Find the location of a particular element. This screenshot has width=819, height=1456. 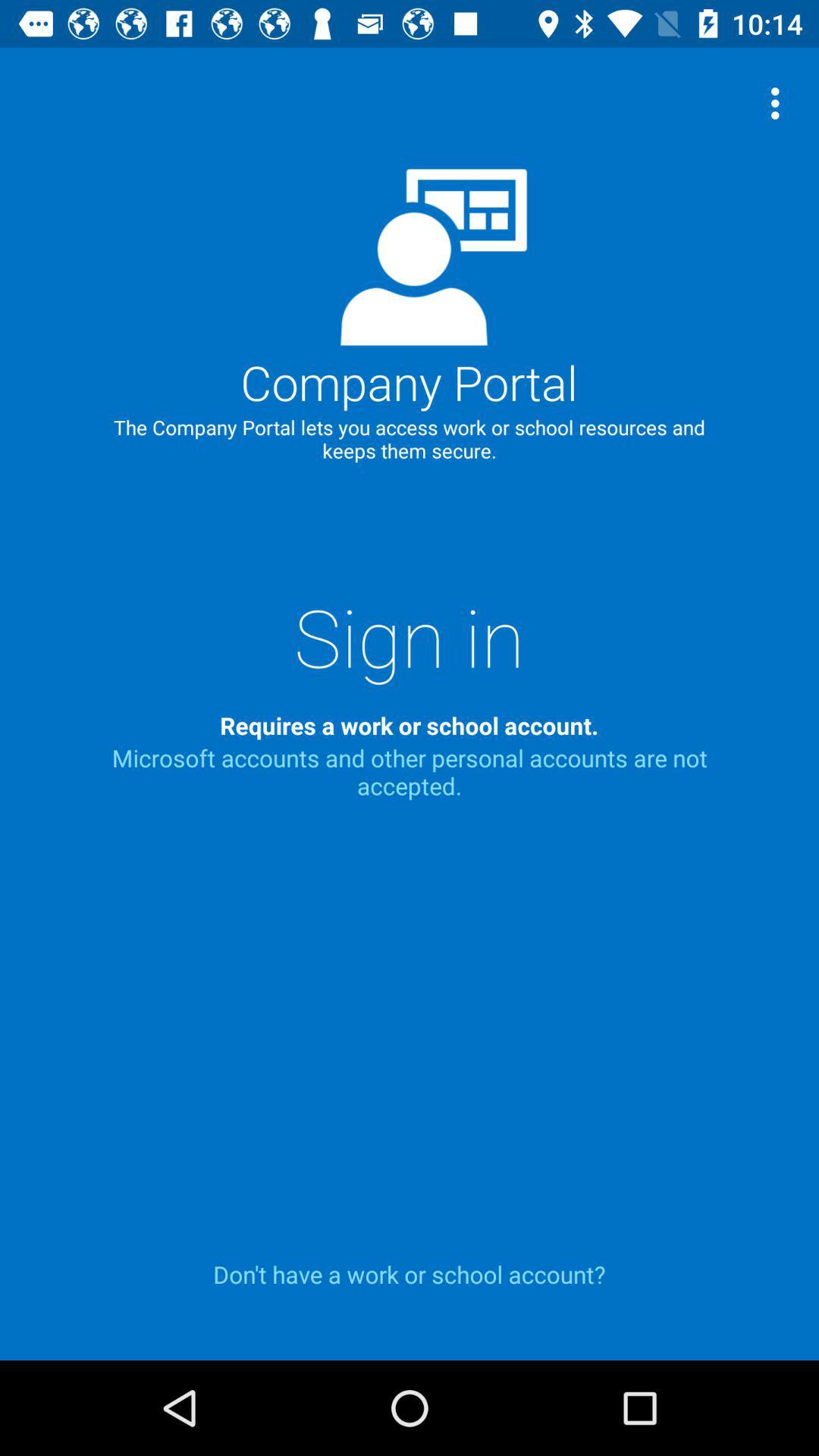

item above the requires a work is located at coordinates (409, 636).